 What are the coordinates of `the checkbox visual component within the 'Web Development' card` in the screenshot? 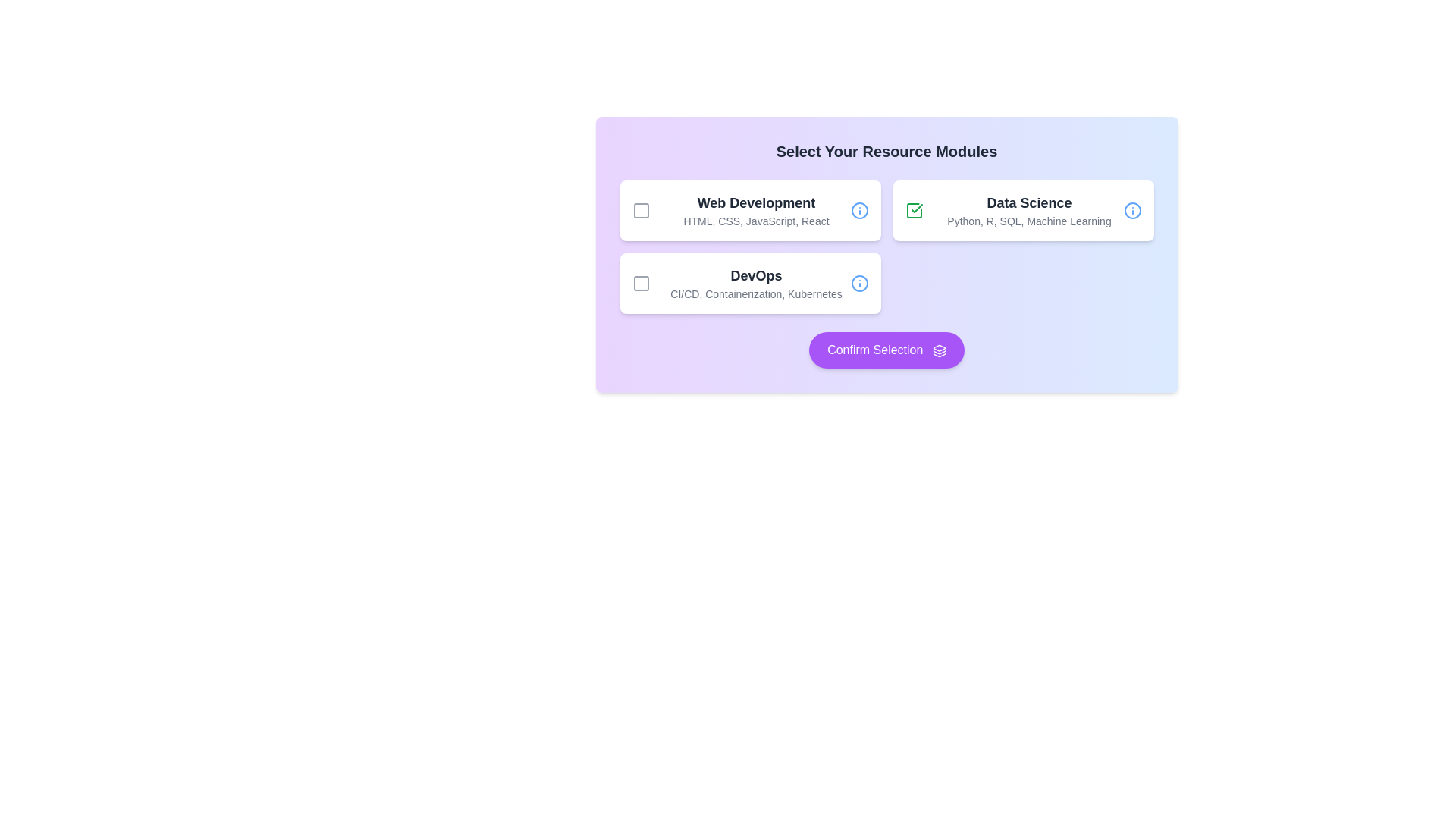 It's located at (641, 210).